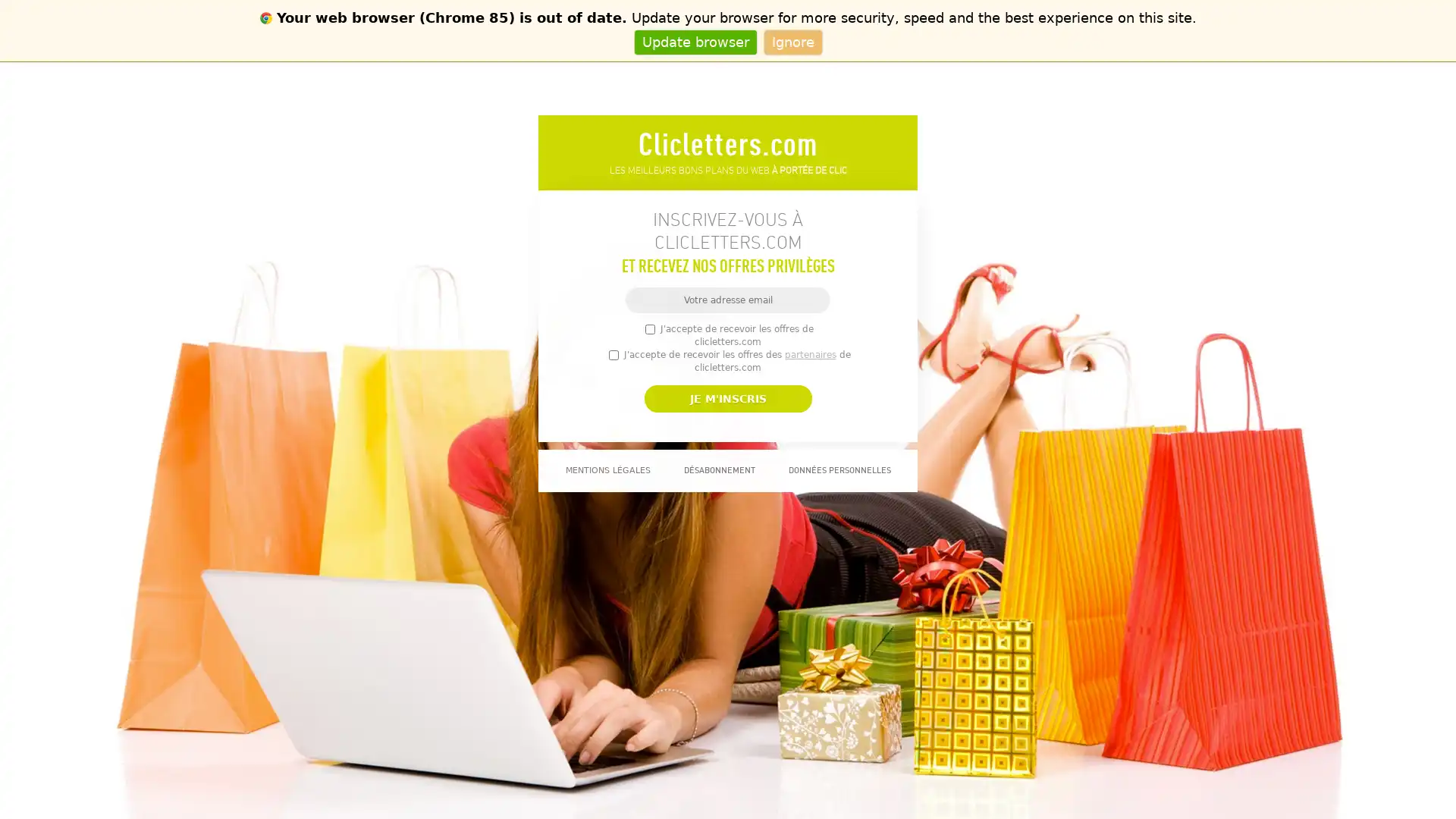 The width and height of the screenshot is (1456, 819). I want to click on Je m'inscris, so click(726, 397).